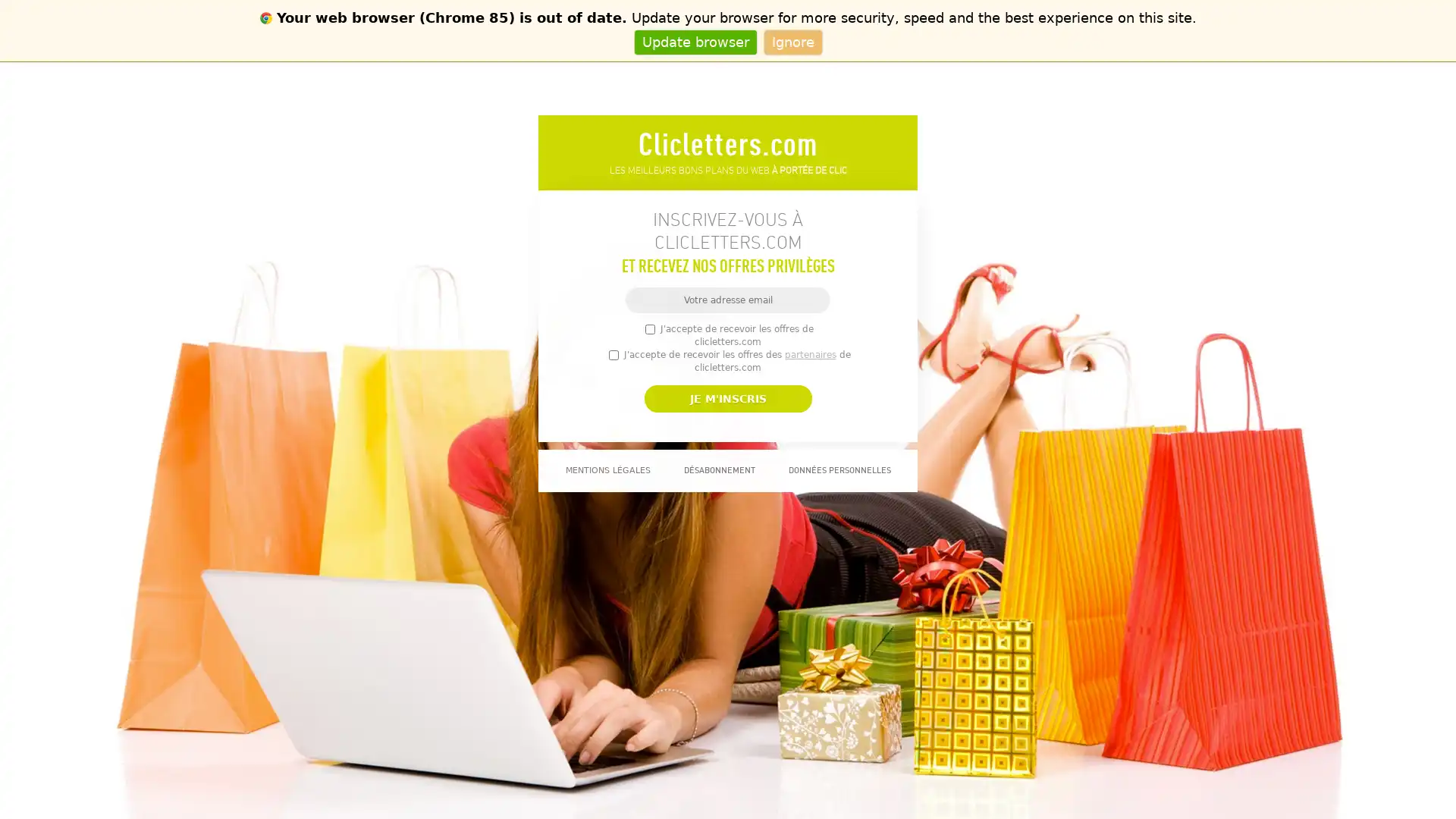 The width and height of the screenshot is (1456, 819). I want to click on Je m'inscris, so click(726, 397).